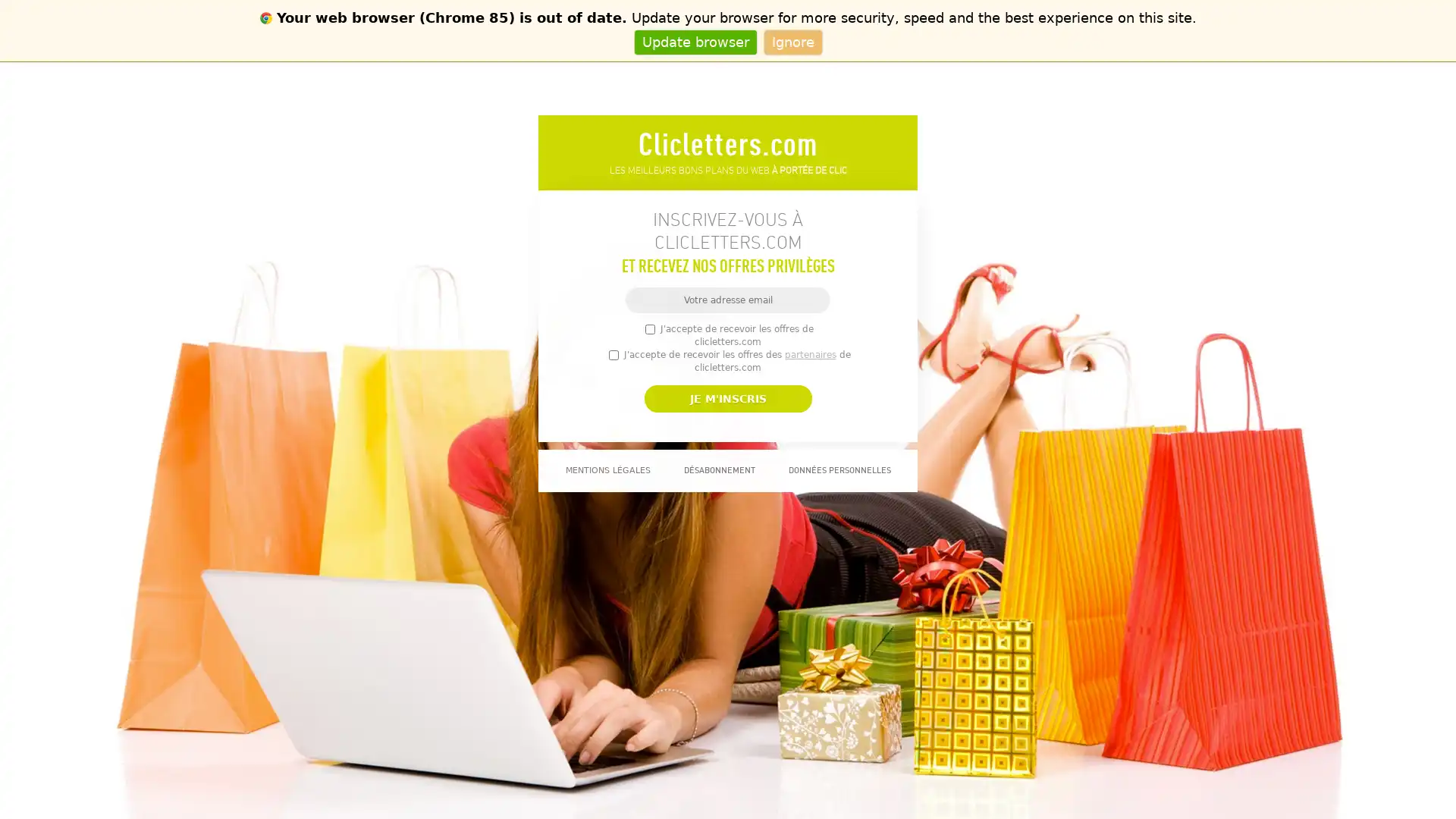 The width and height of the screenshot is (1456, 819). I want to click on Je m'inscris, so click(726, 397).